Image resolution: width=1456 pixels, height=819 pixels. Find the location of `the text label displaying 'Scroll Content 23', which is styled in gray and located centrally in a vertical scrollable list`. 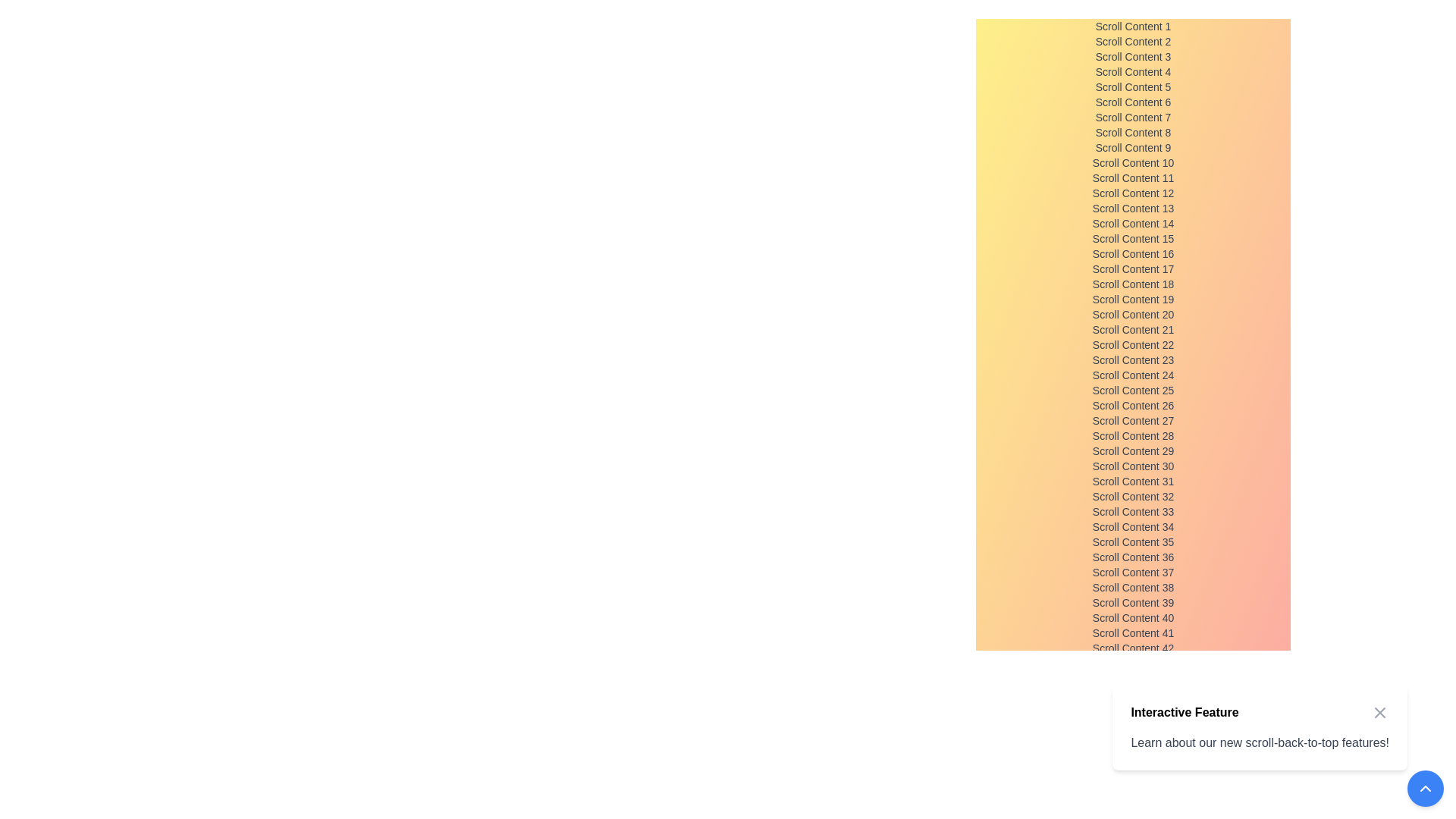

the text label displaying 'Scroll Content 23', which is styled in gray and located centrally in a vertical scrollable list is located at coordinates (1133, 359).